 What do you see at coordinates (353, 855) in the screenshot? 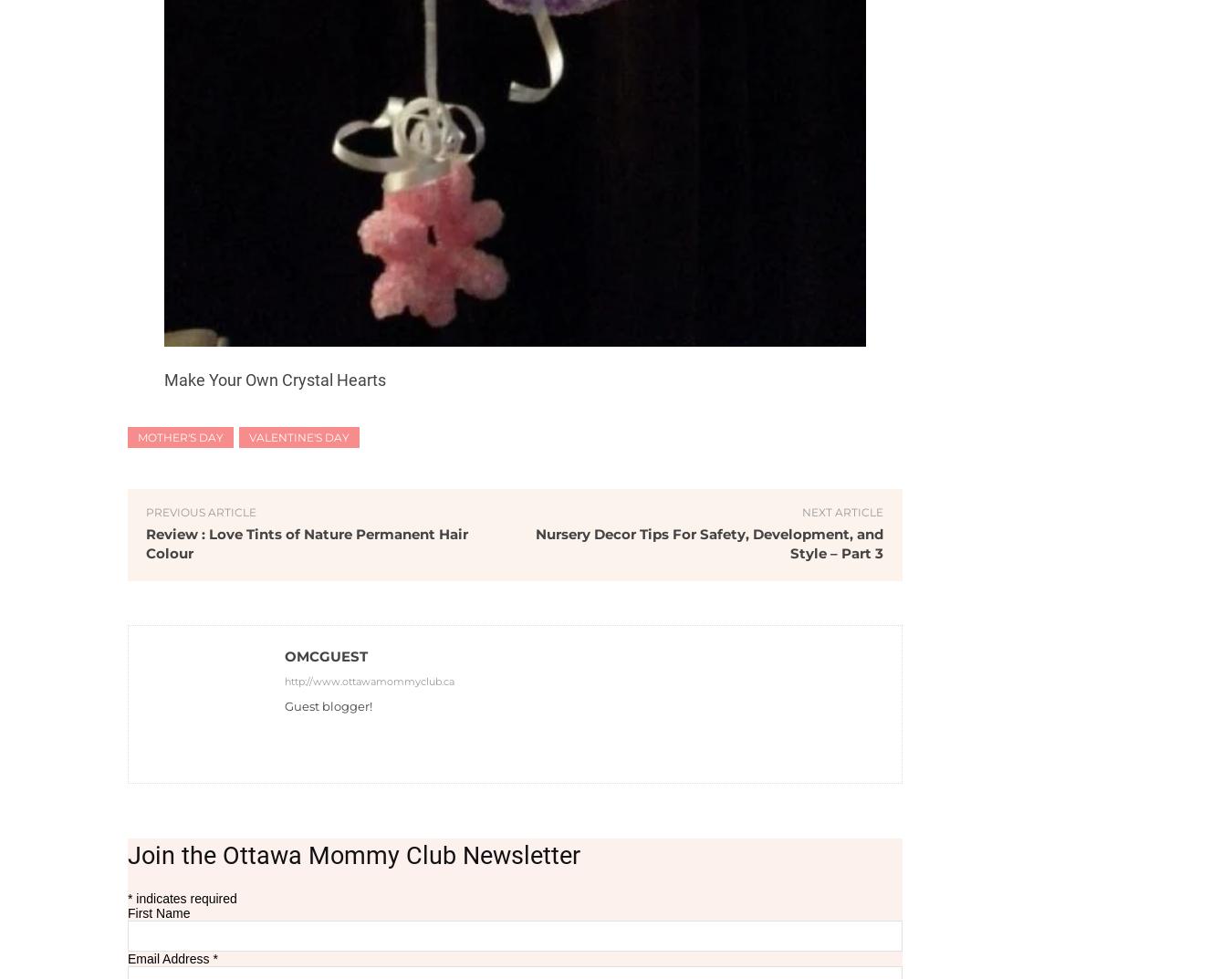
I see `'Join the Ottawa Mommy Club Newsletter'` at bounding box center [353, 855].